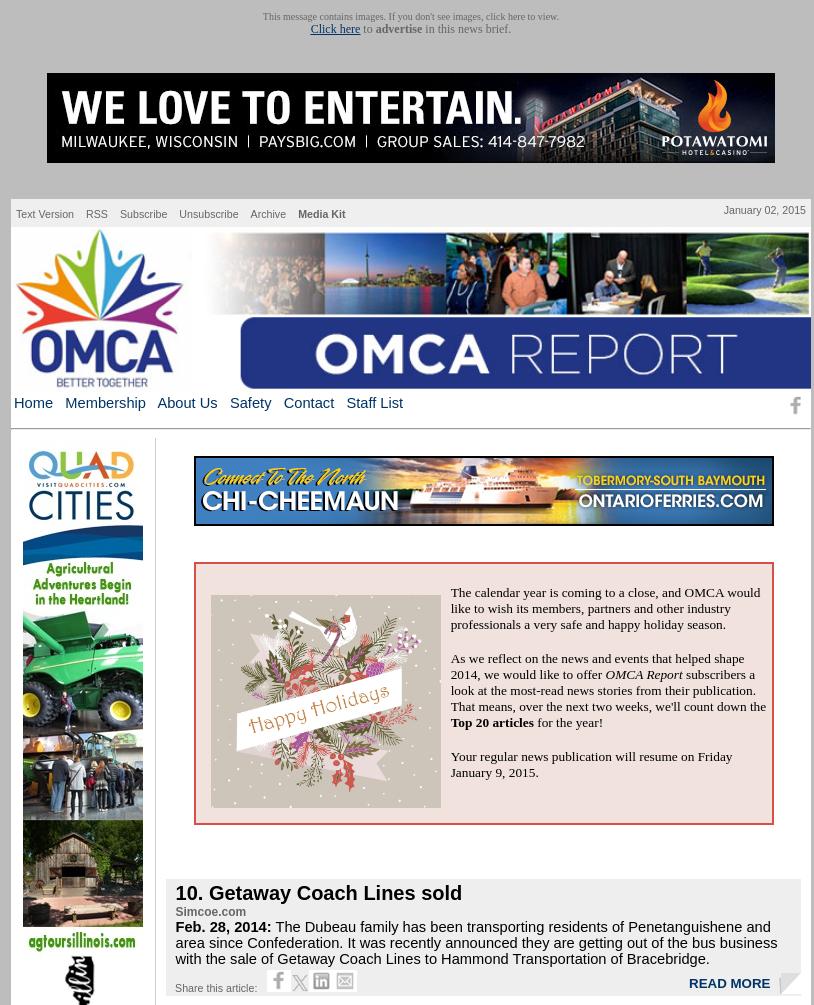 The image size is (814, 1005). I want to click on 'Unsubscribe', so click(177, 212).